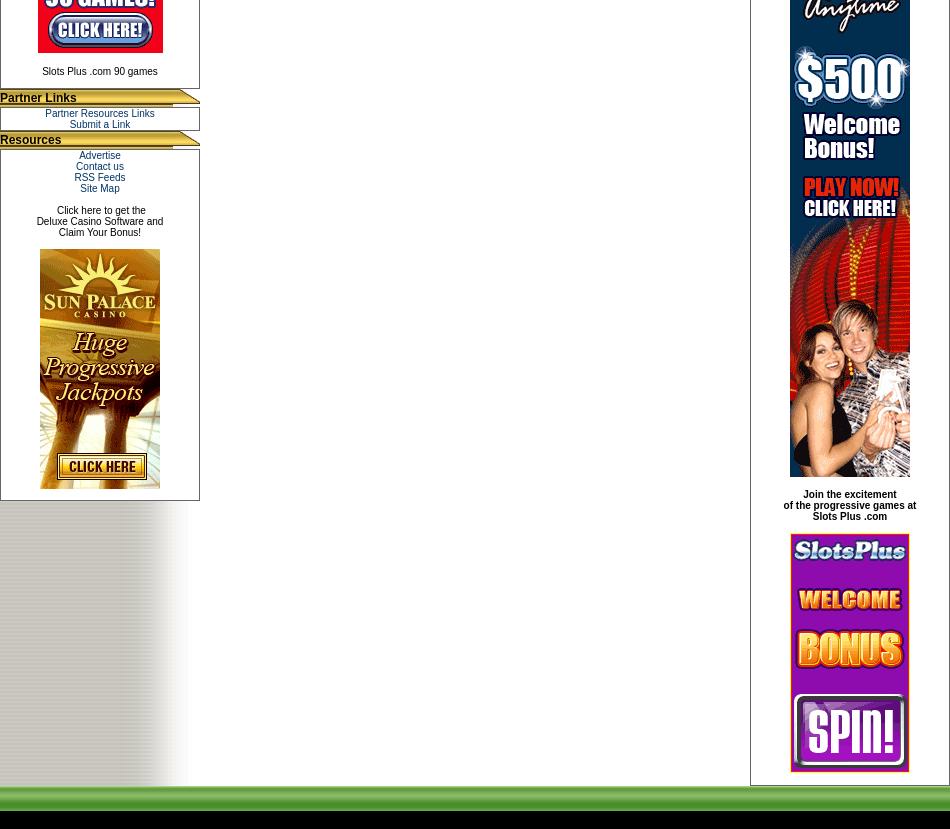 This screenshot has width=950, height=829. What do you see at coordinates (99, 177) in the screenshot?
I see `'RSS Feeds'` at bounding box center [99, 177].